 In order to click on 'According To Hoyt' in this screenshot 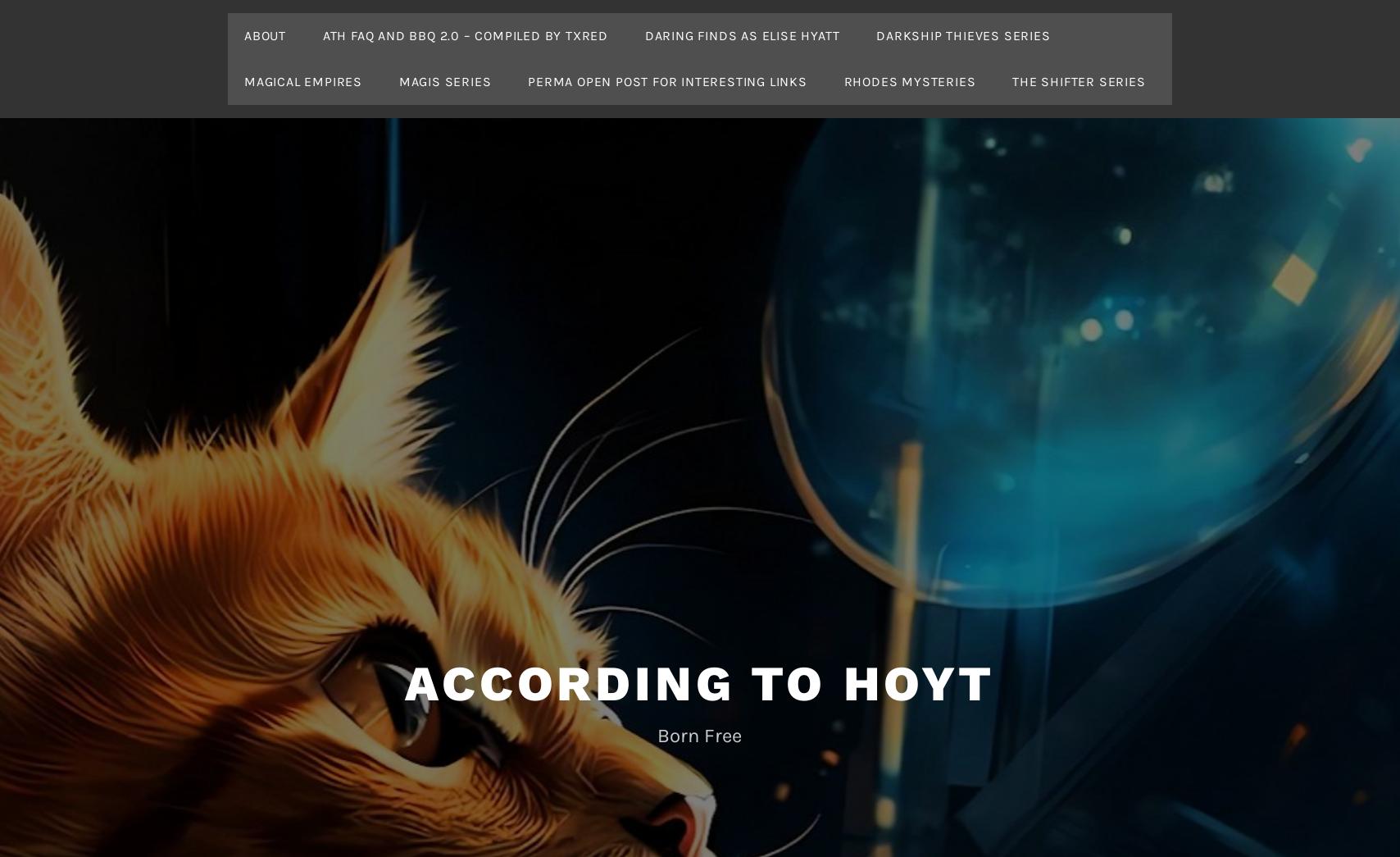, I will do `click(699, 681)`.